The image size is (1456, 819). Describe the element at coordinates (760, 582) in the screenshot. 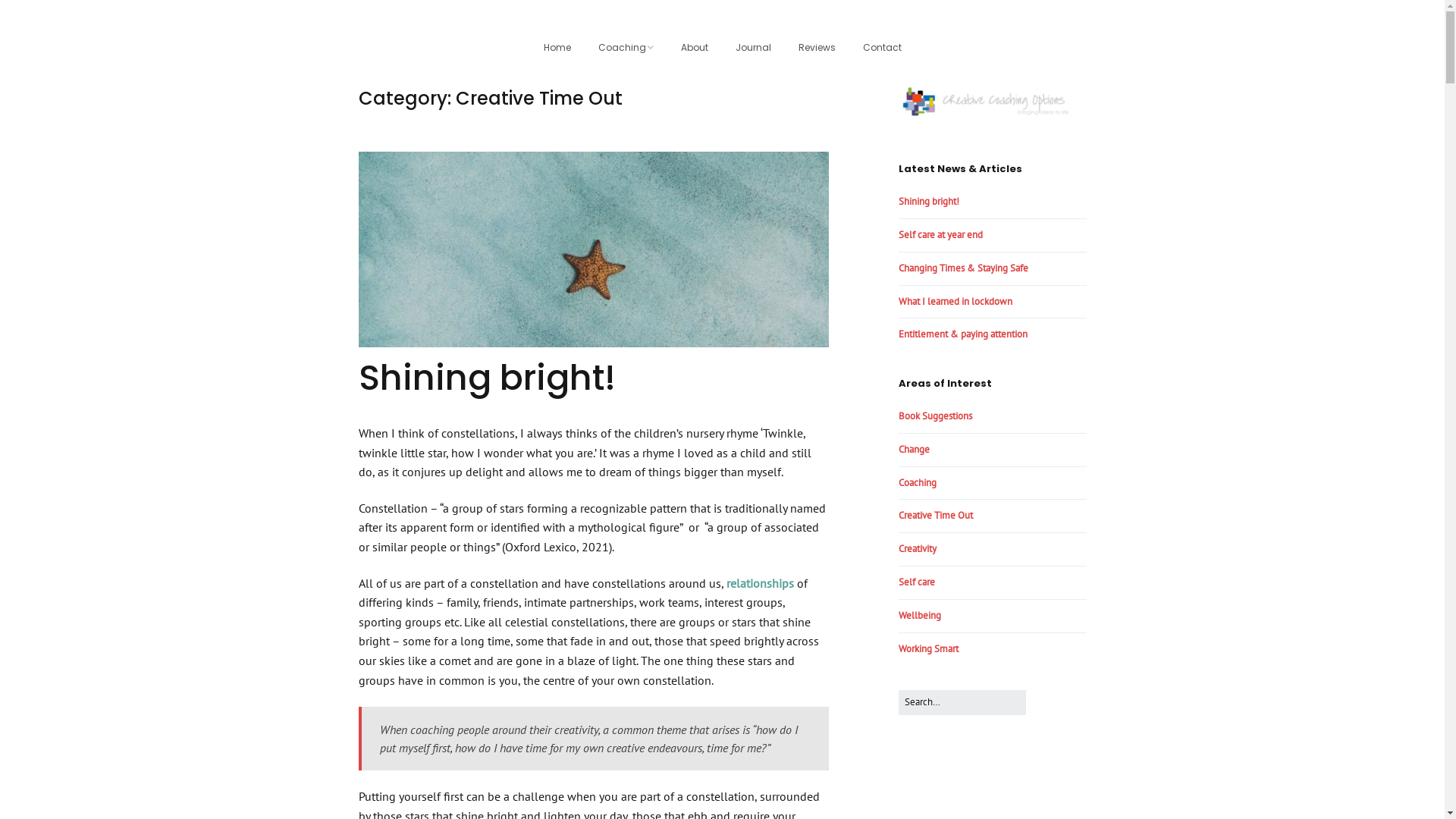

I see `'relationships'` at that location.